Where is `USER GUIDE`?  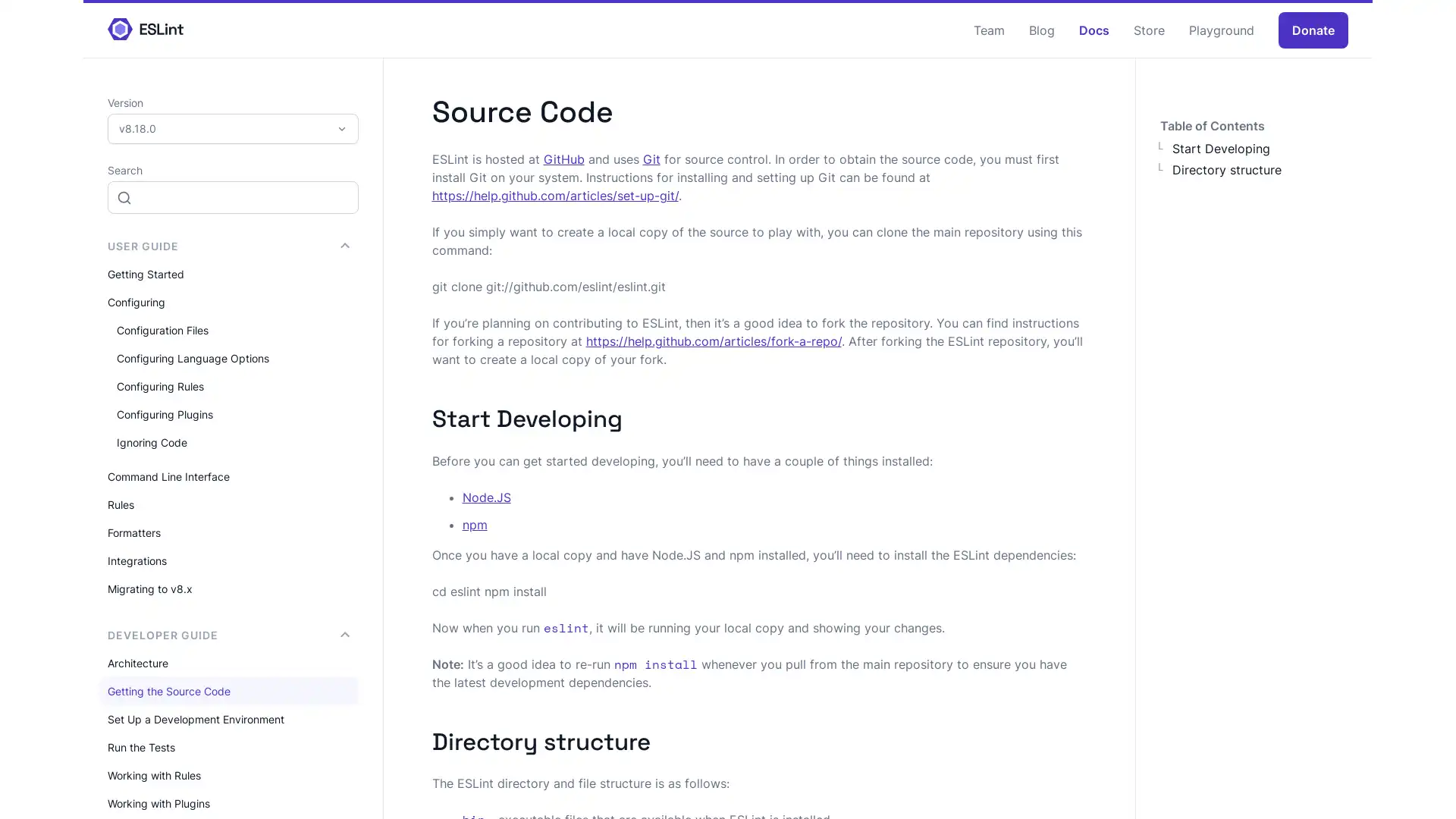
USER GUIDE is located at coordinates (227, 244).